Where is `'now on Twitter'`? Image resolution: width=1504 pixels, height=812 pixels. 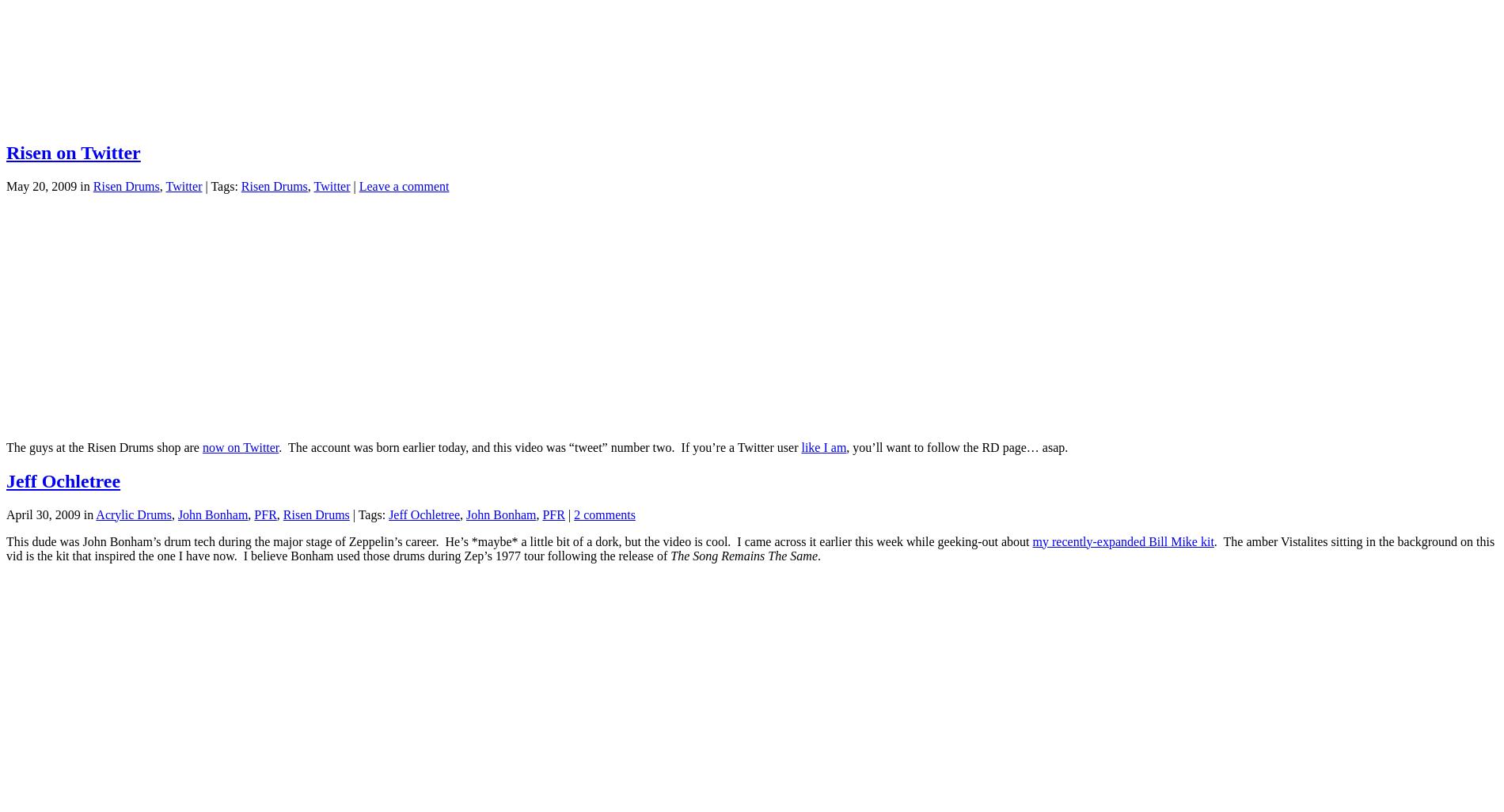 'now on Twitter' is located at coordinates (239, 446).